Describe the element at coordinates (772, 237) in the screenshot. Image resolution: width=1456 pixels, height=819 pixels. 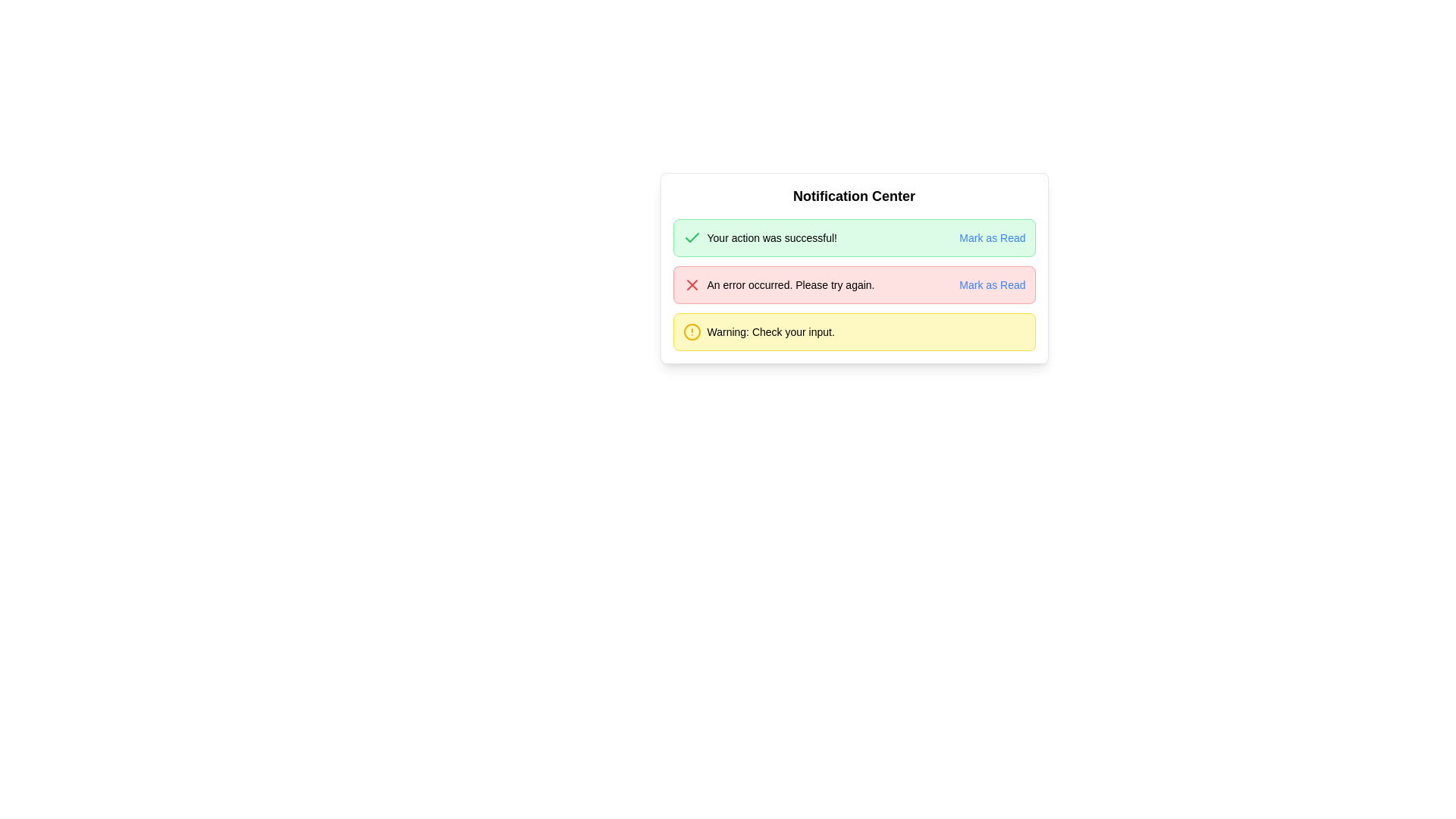
I see `the static text label that contains the message 'Your action was successful!', which is styled with a small font and located next to a green check icon in the notification center` at that location.